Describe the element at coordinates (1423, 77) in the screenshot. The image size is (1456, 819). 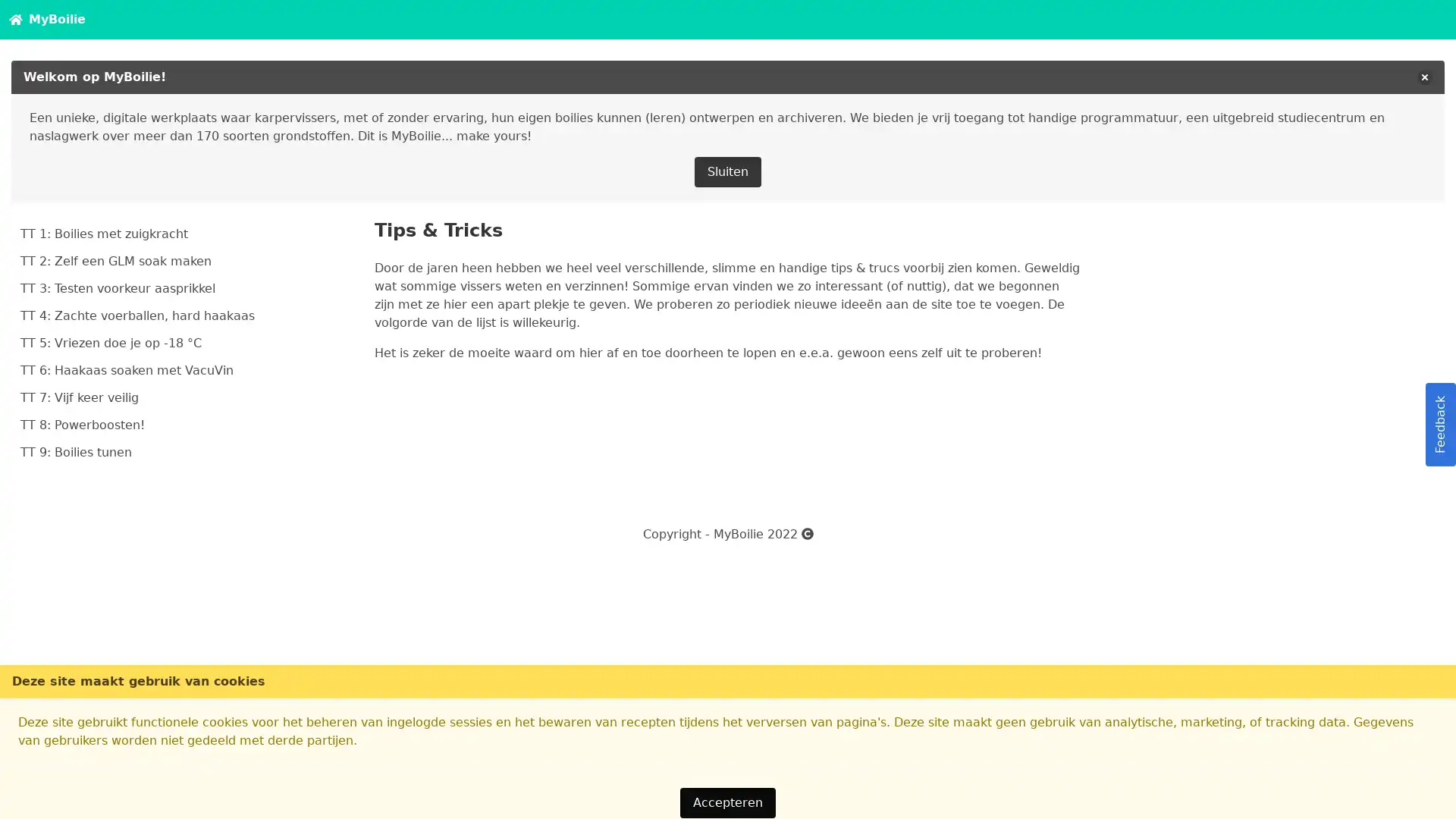
I see `delete` at that location.